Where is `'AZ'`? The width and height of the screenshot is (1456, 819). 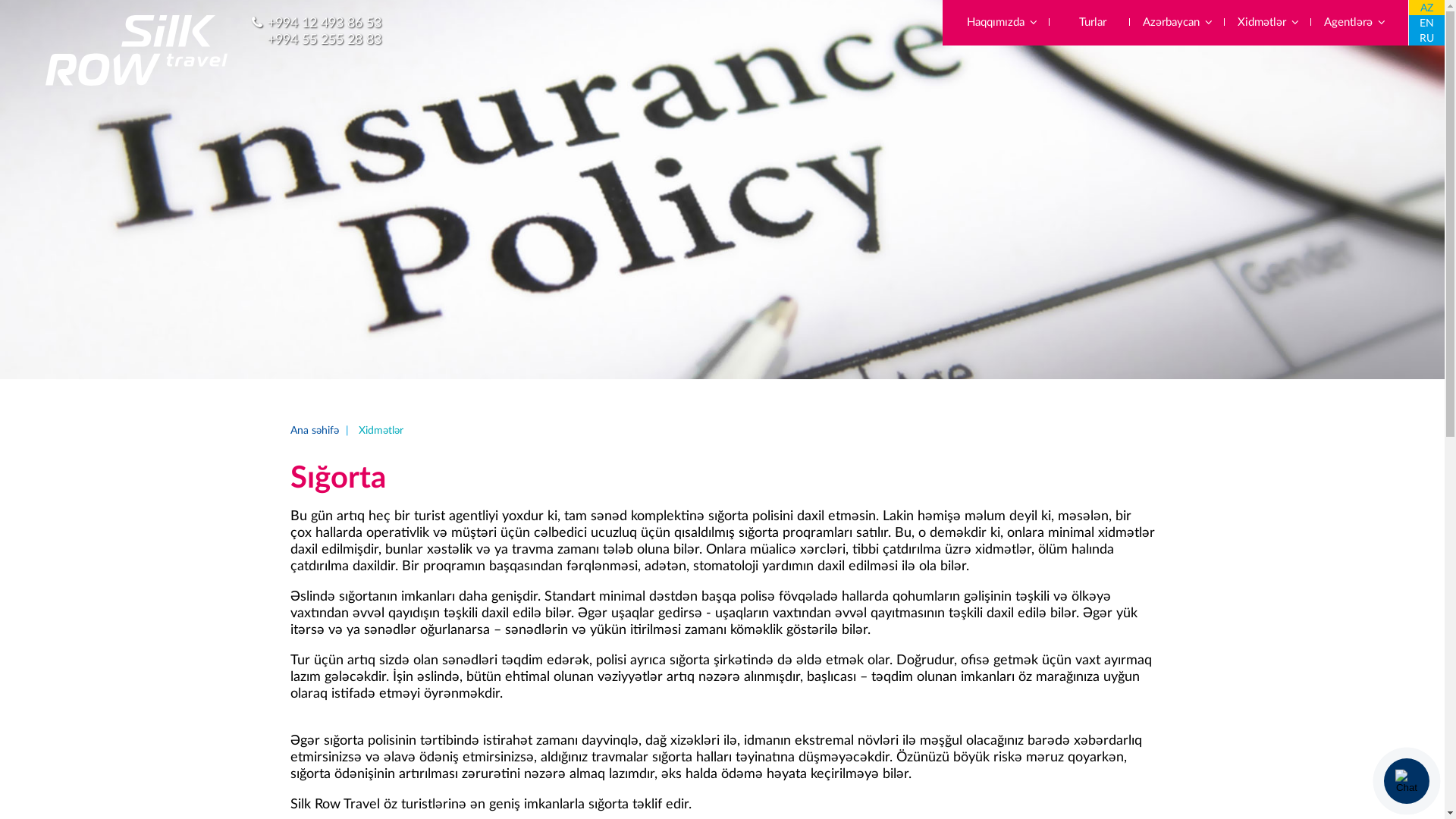
'AZ' is located at coordinates (1426, 8).